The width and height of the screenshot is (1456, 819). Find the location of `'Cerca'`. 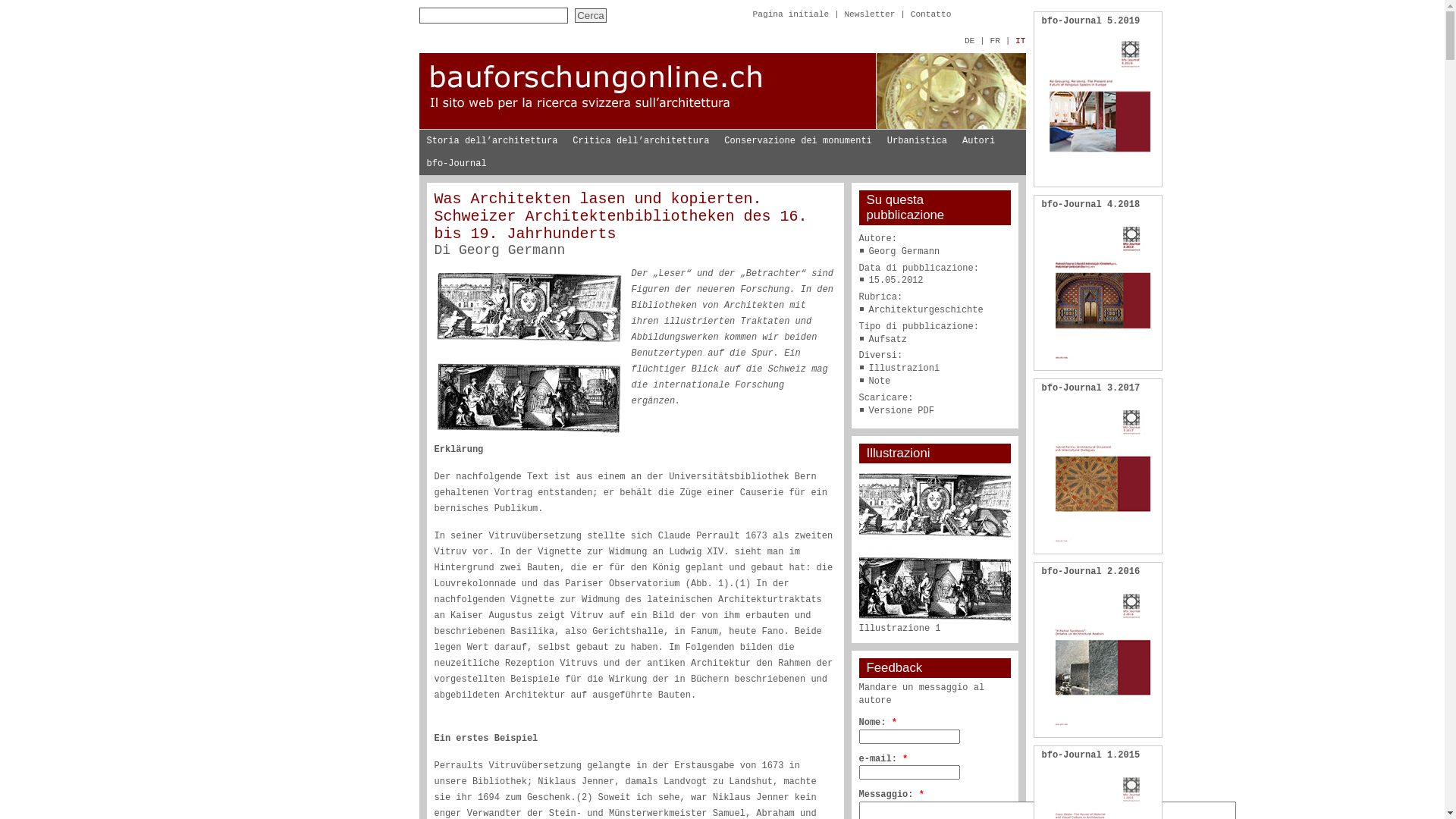

'Cerca' is located at coordinates (589, 15).